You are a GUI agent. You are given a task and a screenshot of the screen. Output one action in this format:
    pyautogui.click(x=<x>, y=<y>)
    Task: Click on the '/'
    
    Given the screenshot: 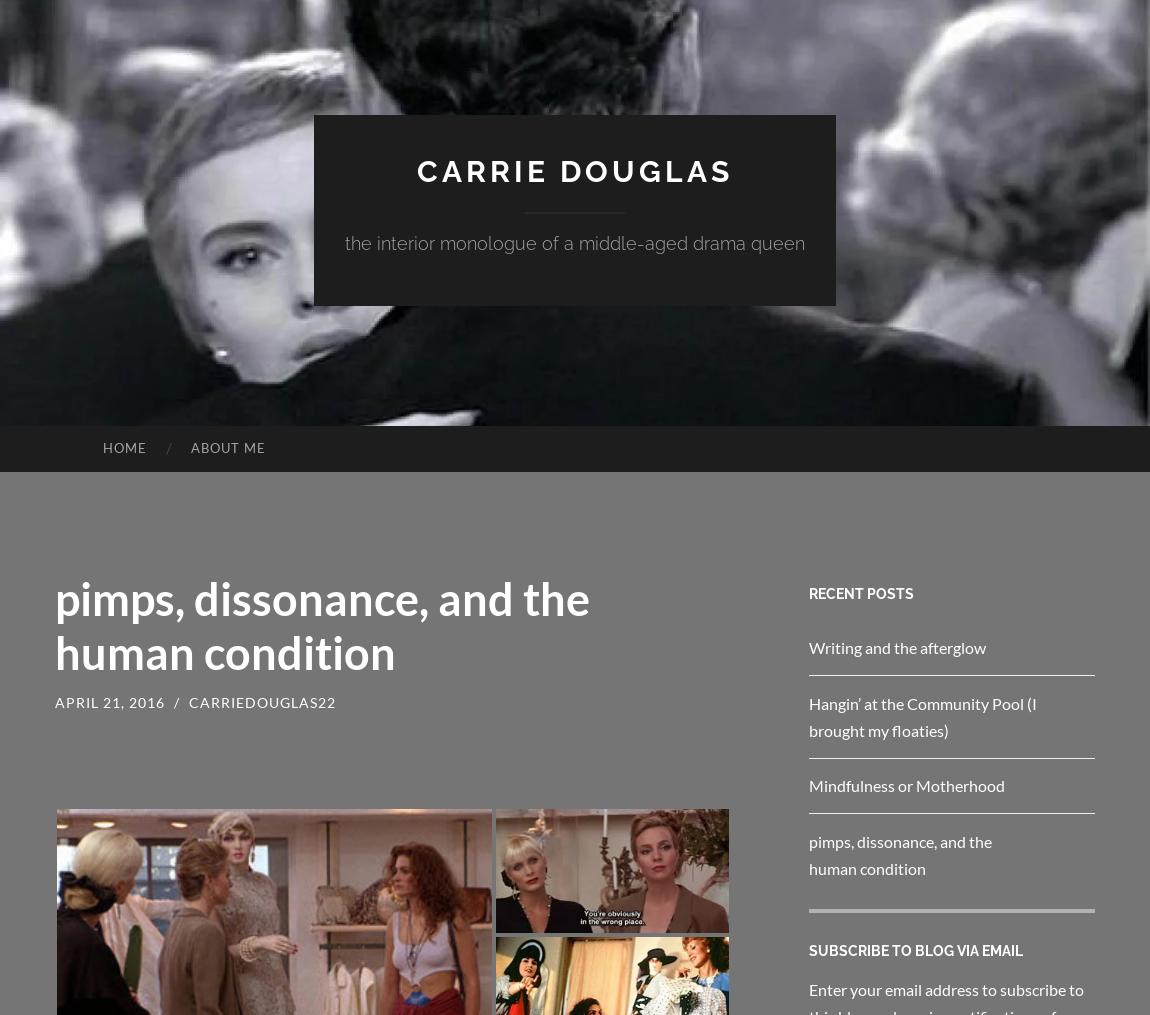 What is the action you would take?
    pyautogui.click(x=175, y=702)
    